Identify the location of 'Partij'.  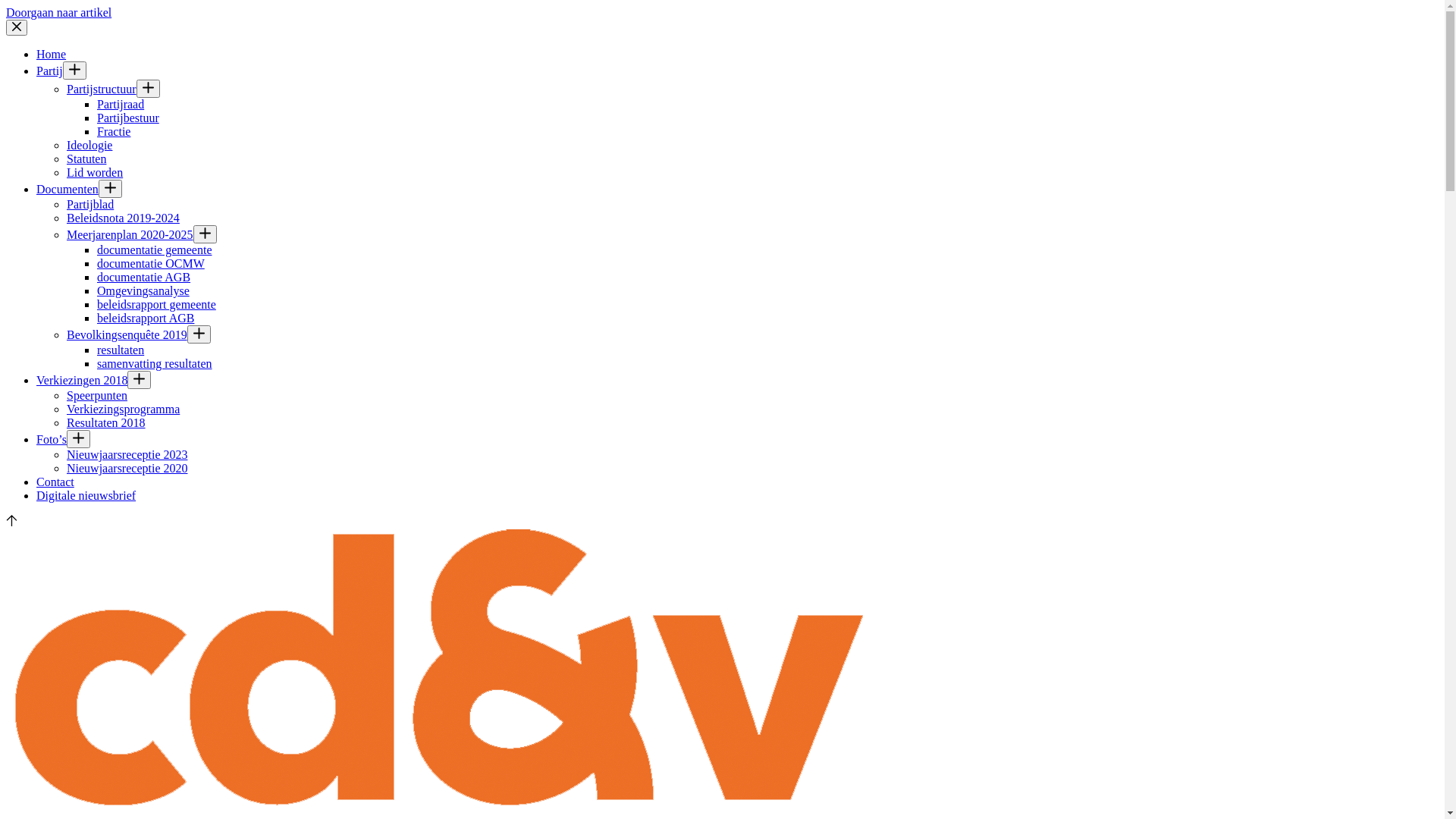
(49, 71).